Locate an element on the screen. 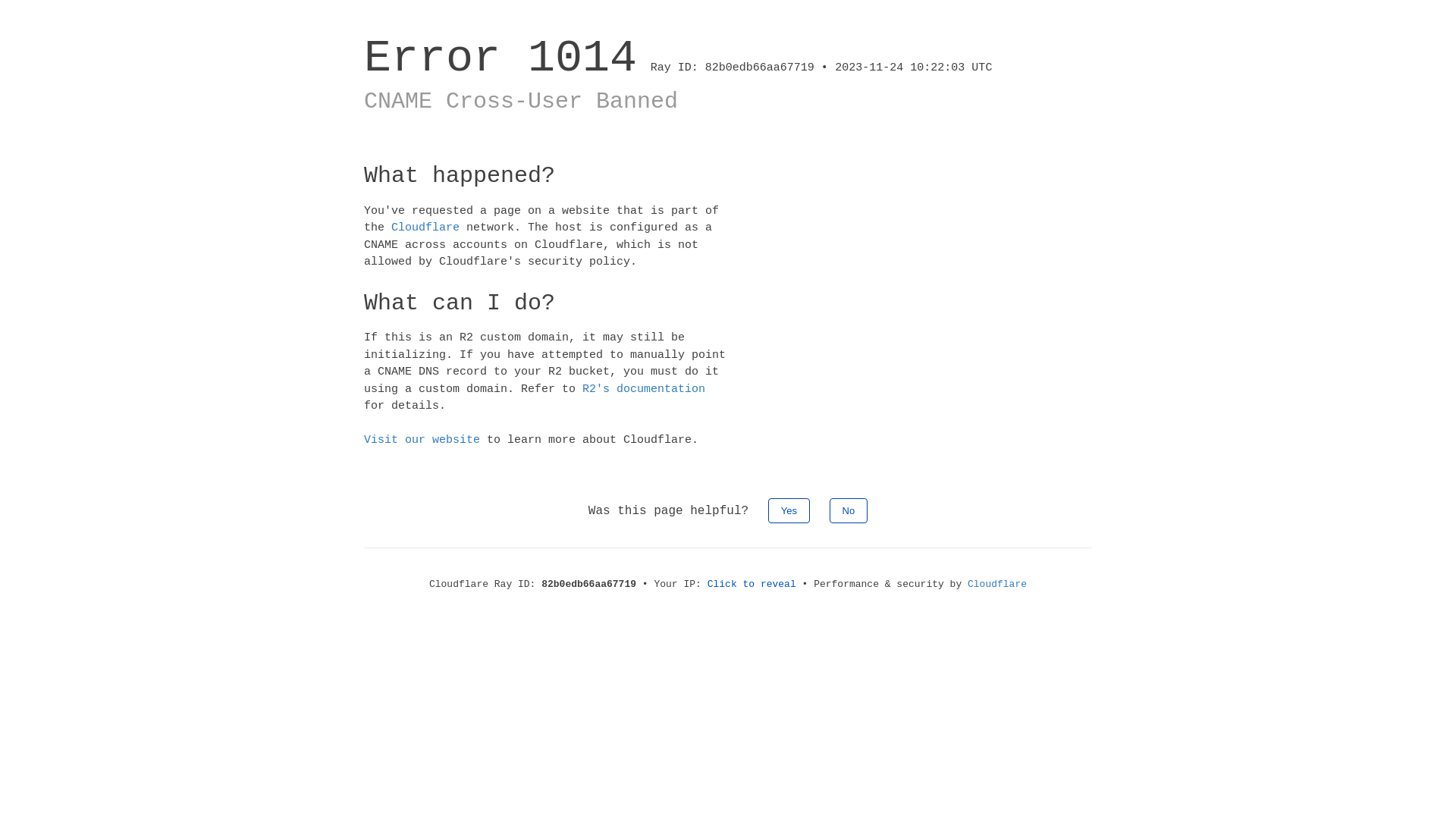 The width and height of the screenshot is (1456, 819). 'Cloudflare' is located at coordinates (425, 227).